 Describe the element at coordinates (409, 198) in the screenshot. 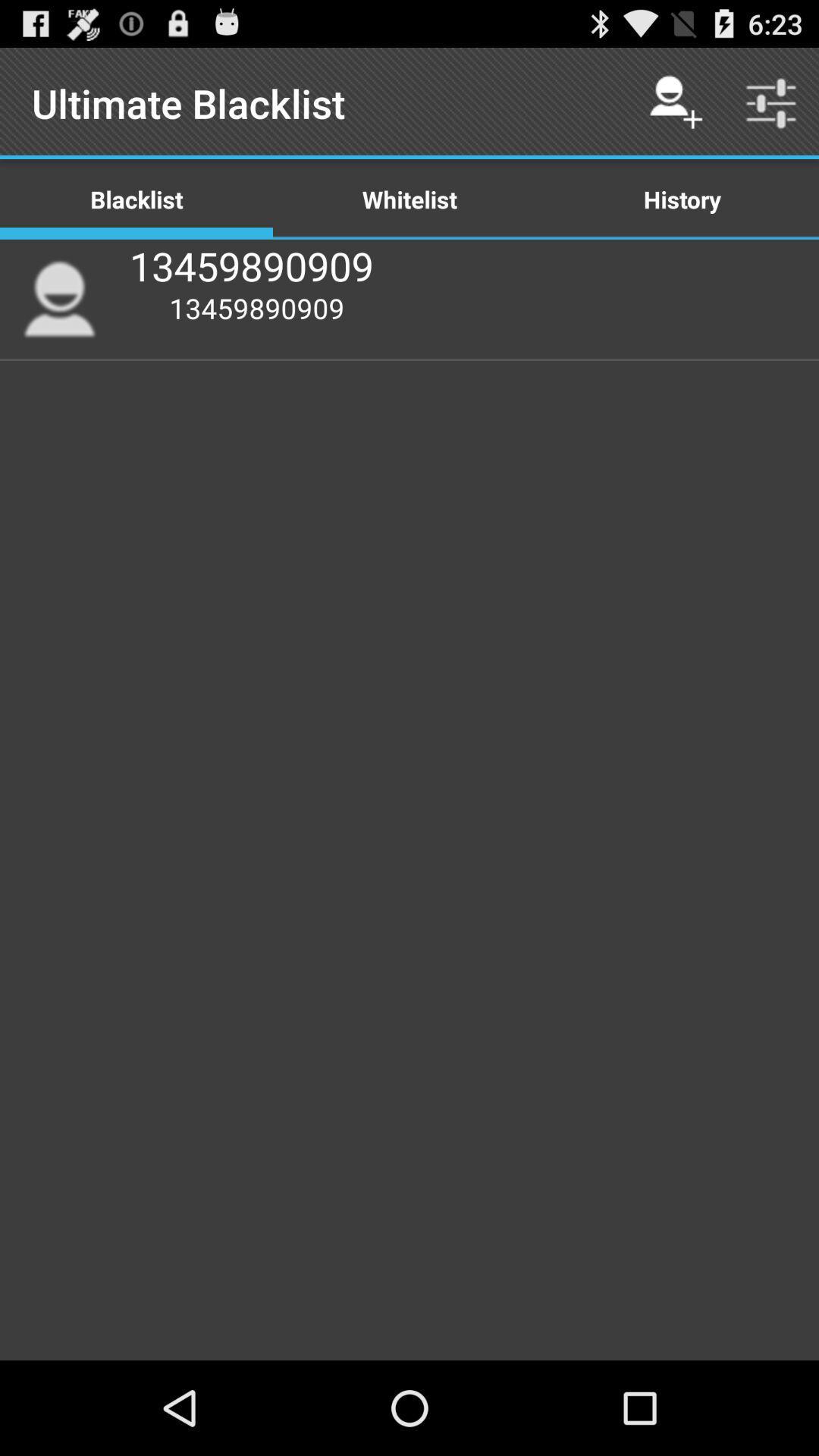

I see `icon above the 13459890909 item` at that location.